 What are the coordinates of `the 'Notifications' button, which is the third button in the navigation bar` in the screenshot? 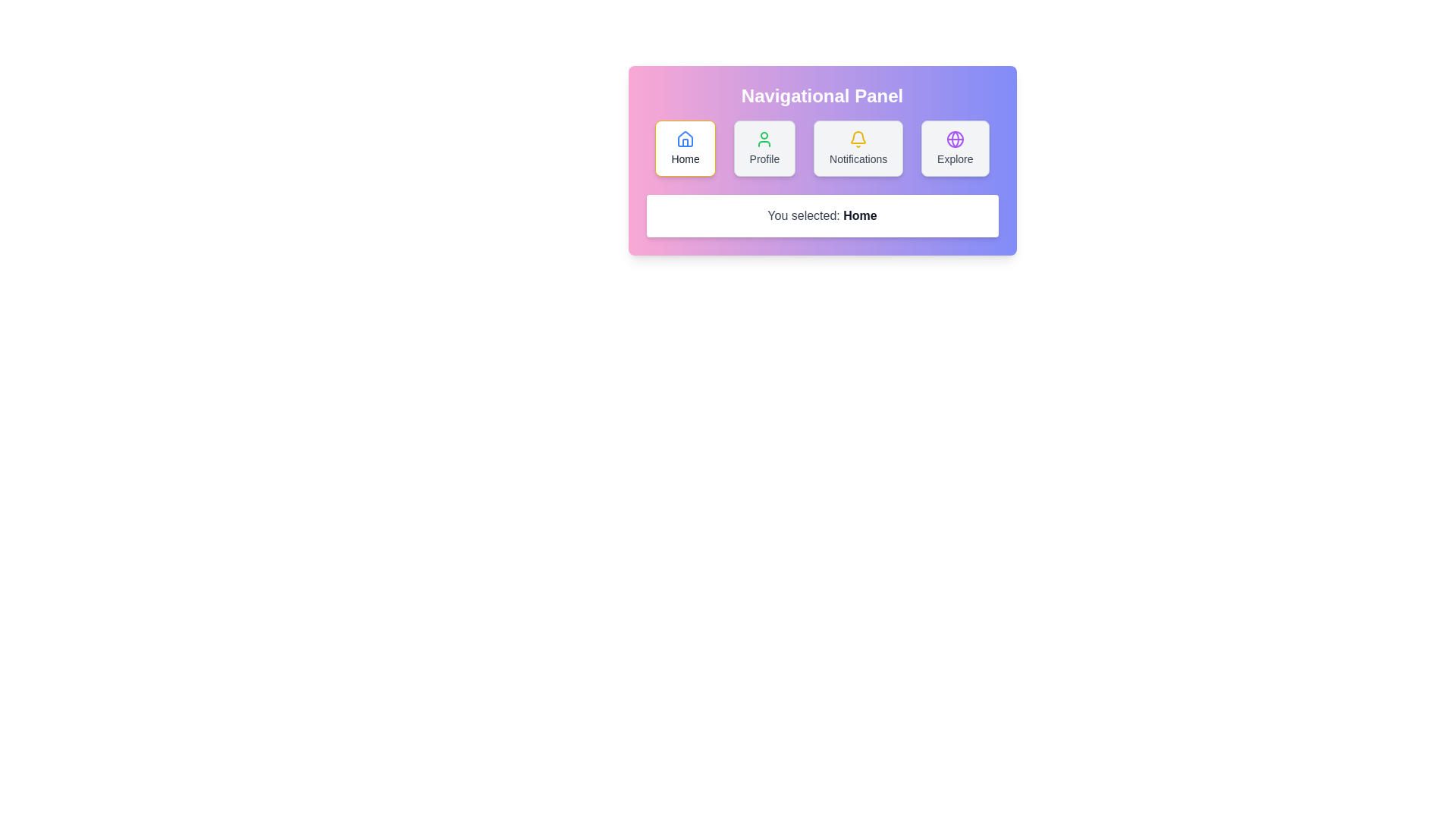 It's located at (858, 149).